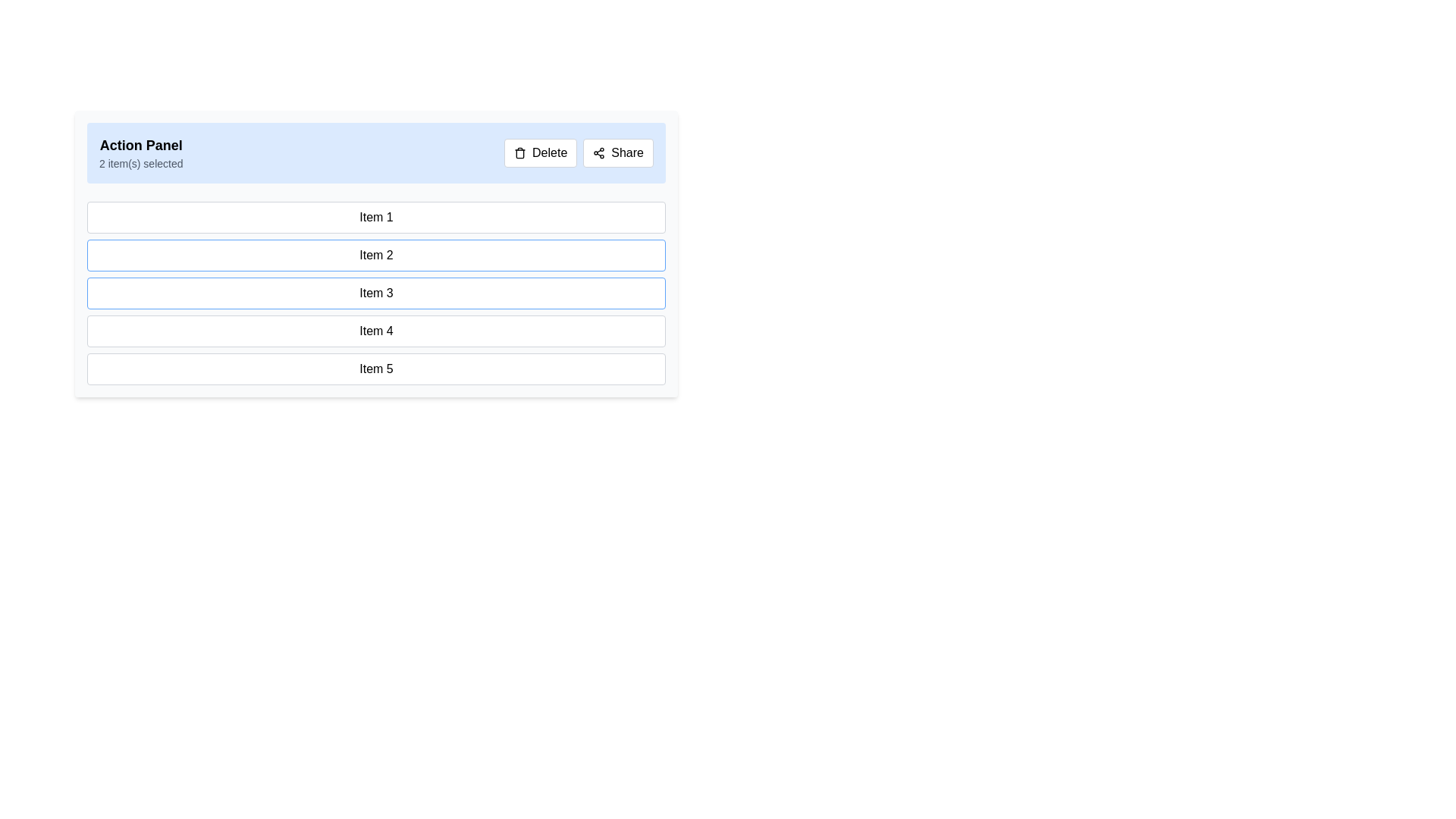 The width and height of the screenshot is (1456, 819). I want to click on the 'Action Panel' header text, which is displayed in bold and larger font size on a light blue background, located at the top of the section, so click(141, 146).